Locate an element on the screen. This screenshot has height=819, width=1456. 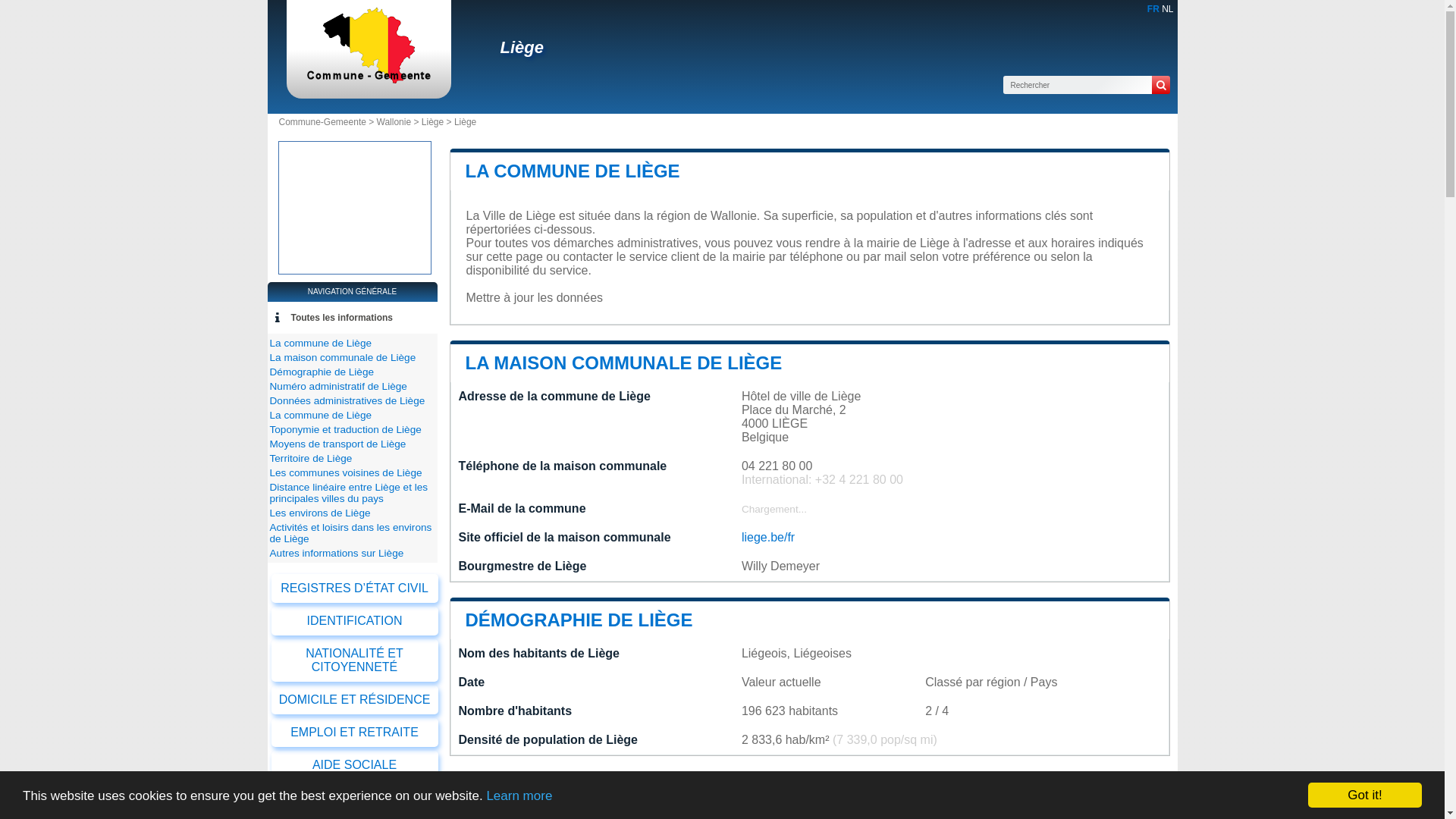
'IDENTIFICATION' is located at coordinates (353, 620).